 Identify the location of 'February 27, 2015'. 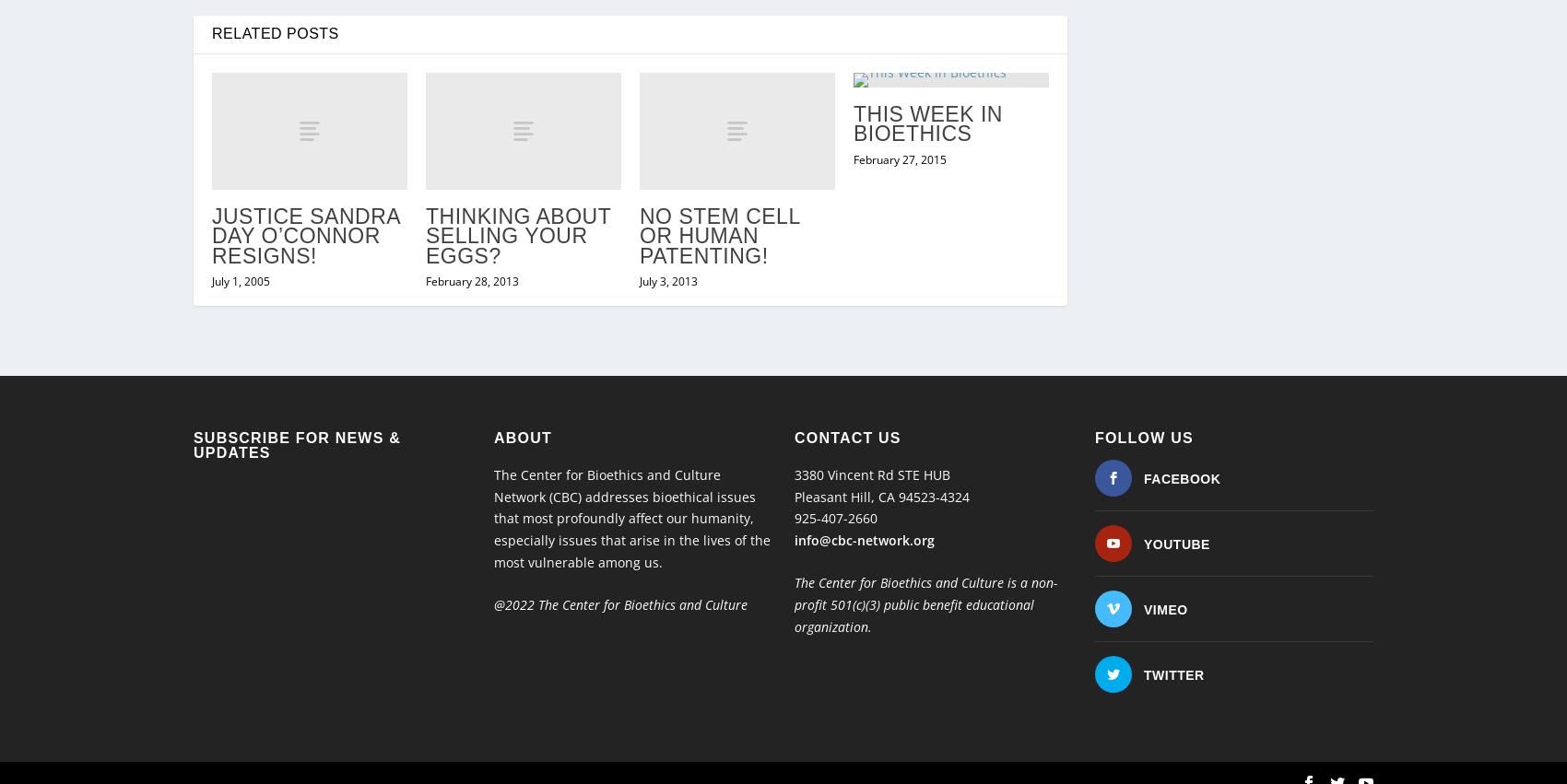
(899, 120).